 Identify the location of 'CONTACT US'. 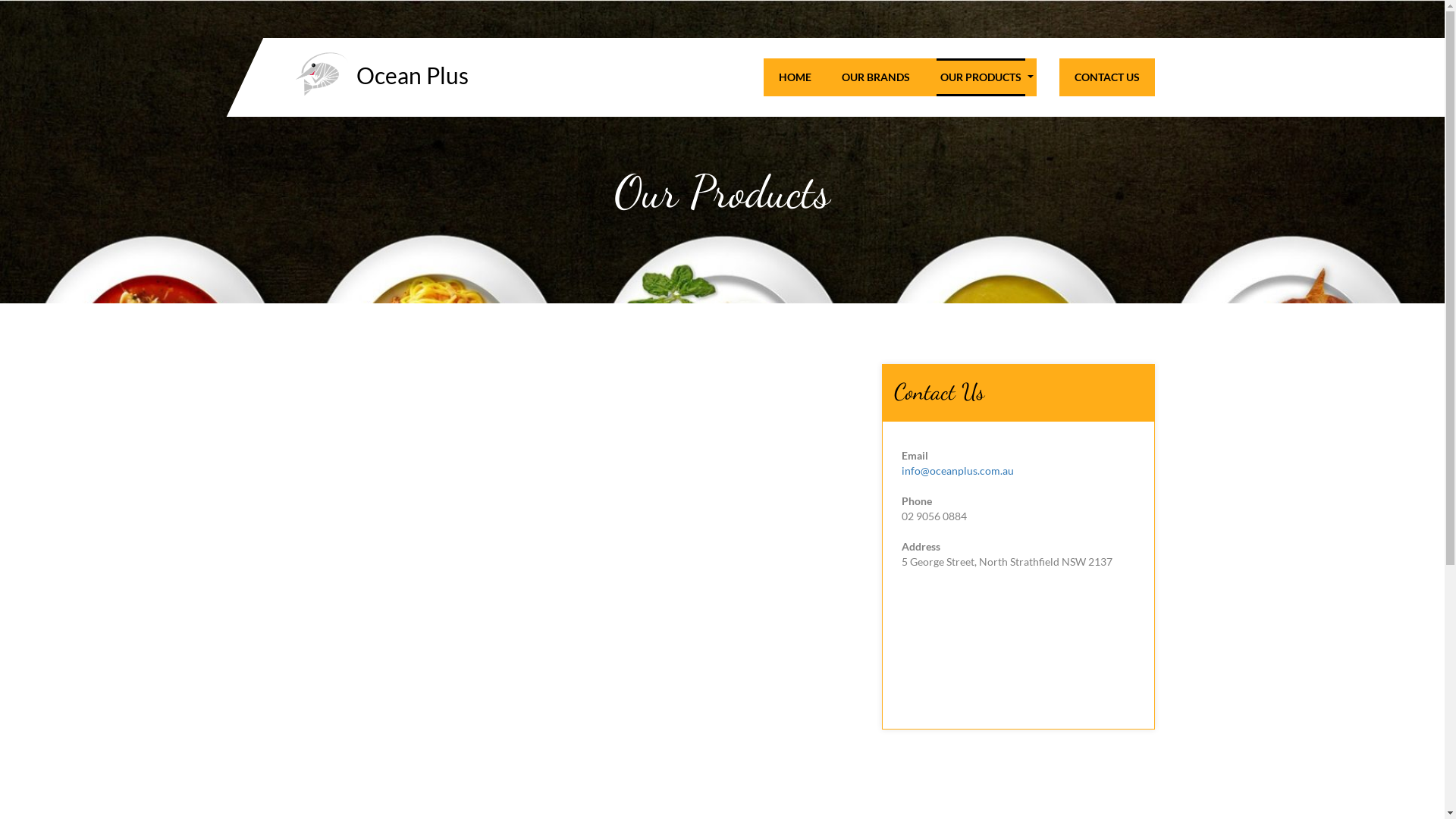
(1106, 77).